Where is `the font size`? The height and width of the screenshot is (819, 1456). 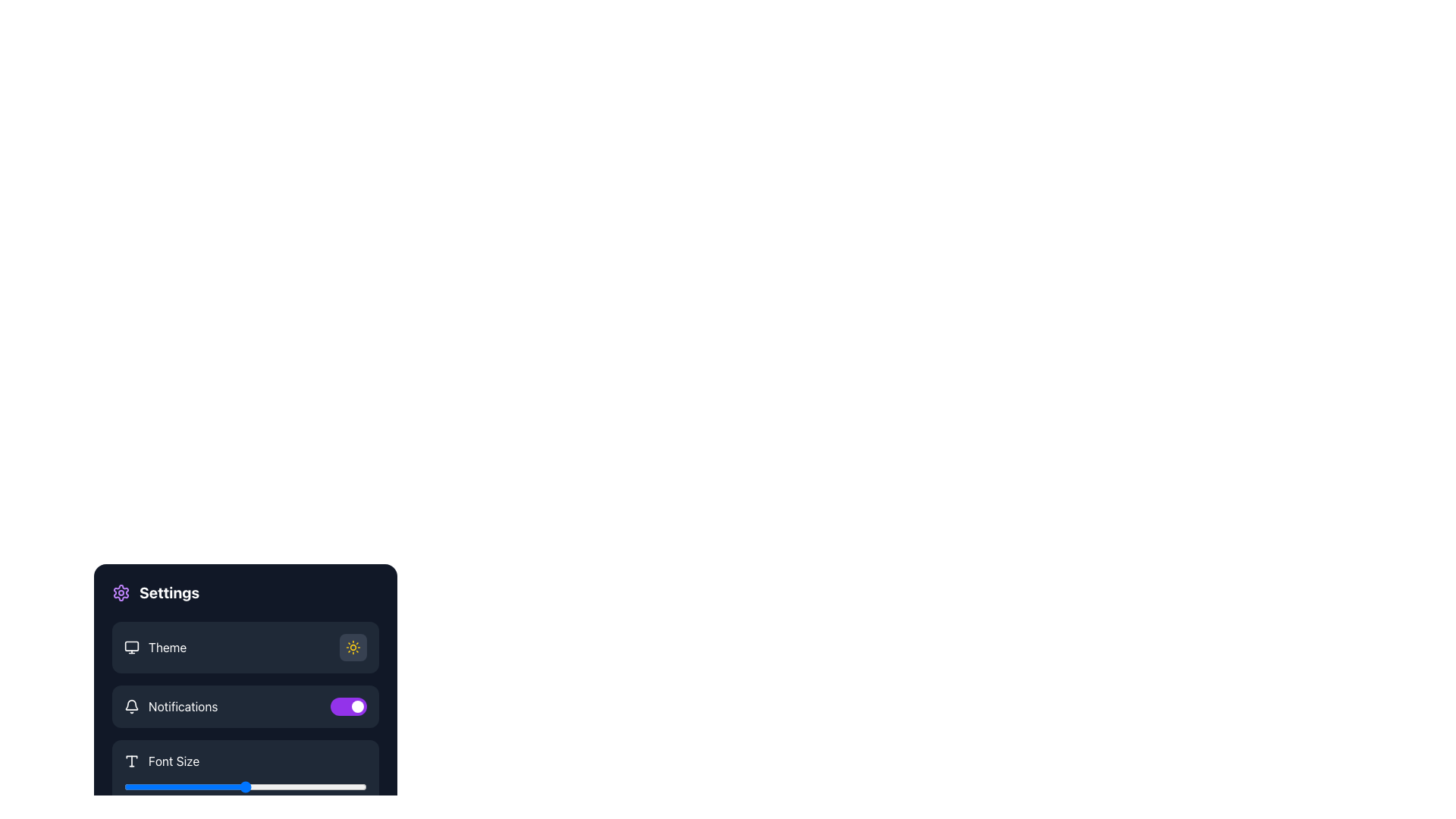
the font size is located at coordinates (163, 786).